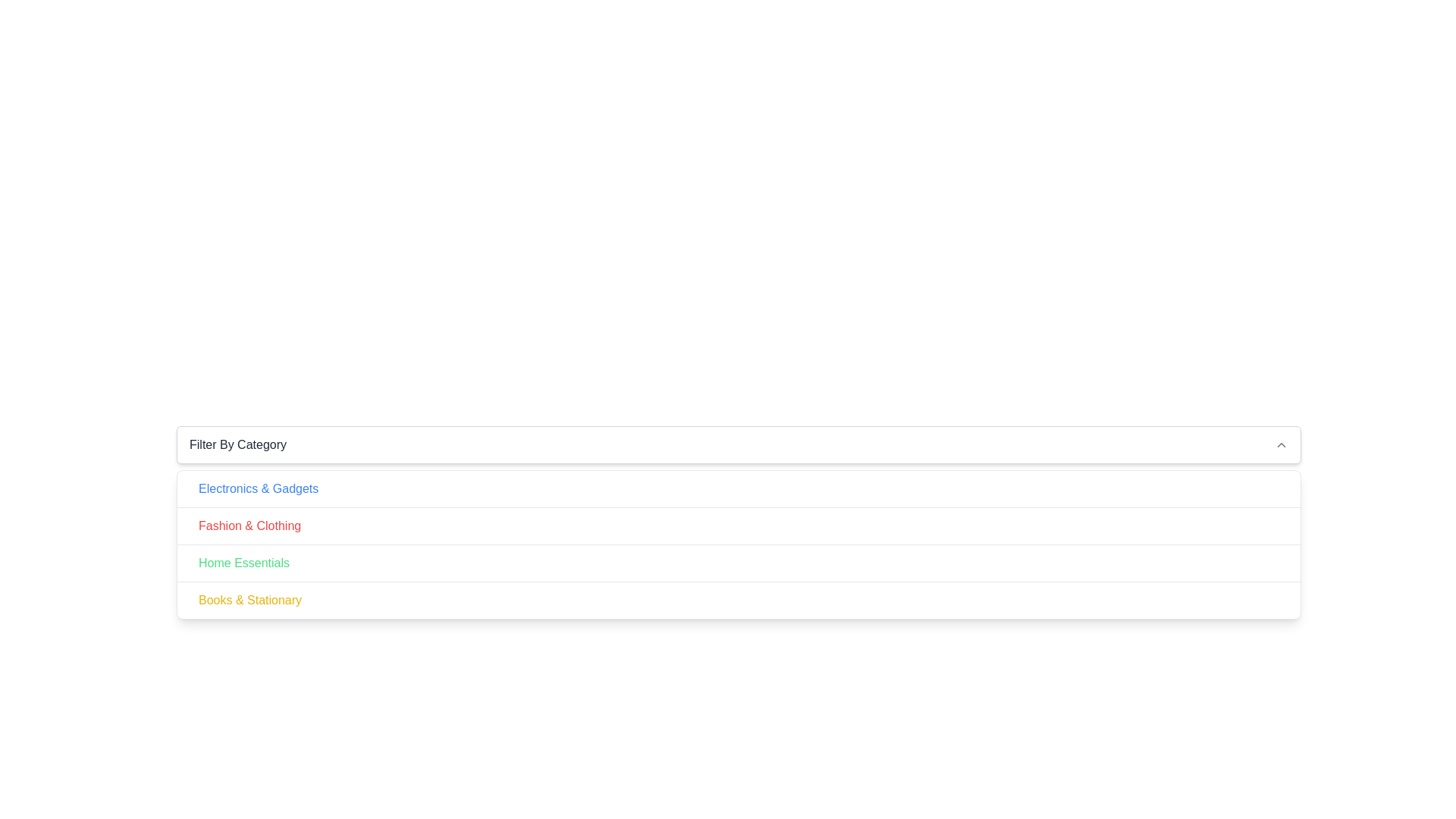 Image resolution: width=1456 pixels, height=819 pixels. What do you see at coordinates (1280, 444) in the screenshot?
I see `the chevron icon located at the top-right corner of the 'Filter By Category' section` at bounding box center [1280, 444].